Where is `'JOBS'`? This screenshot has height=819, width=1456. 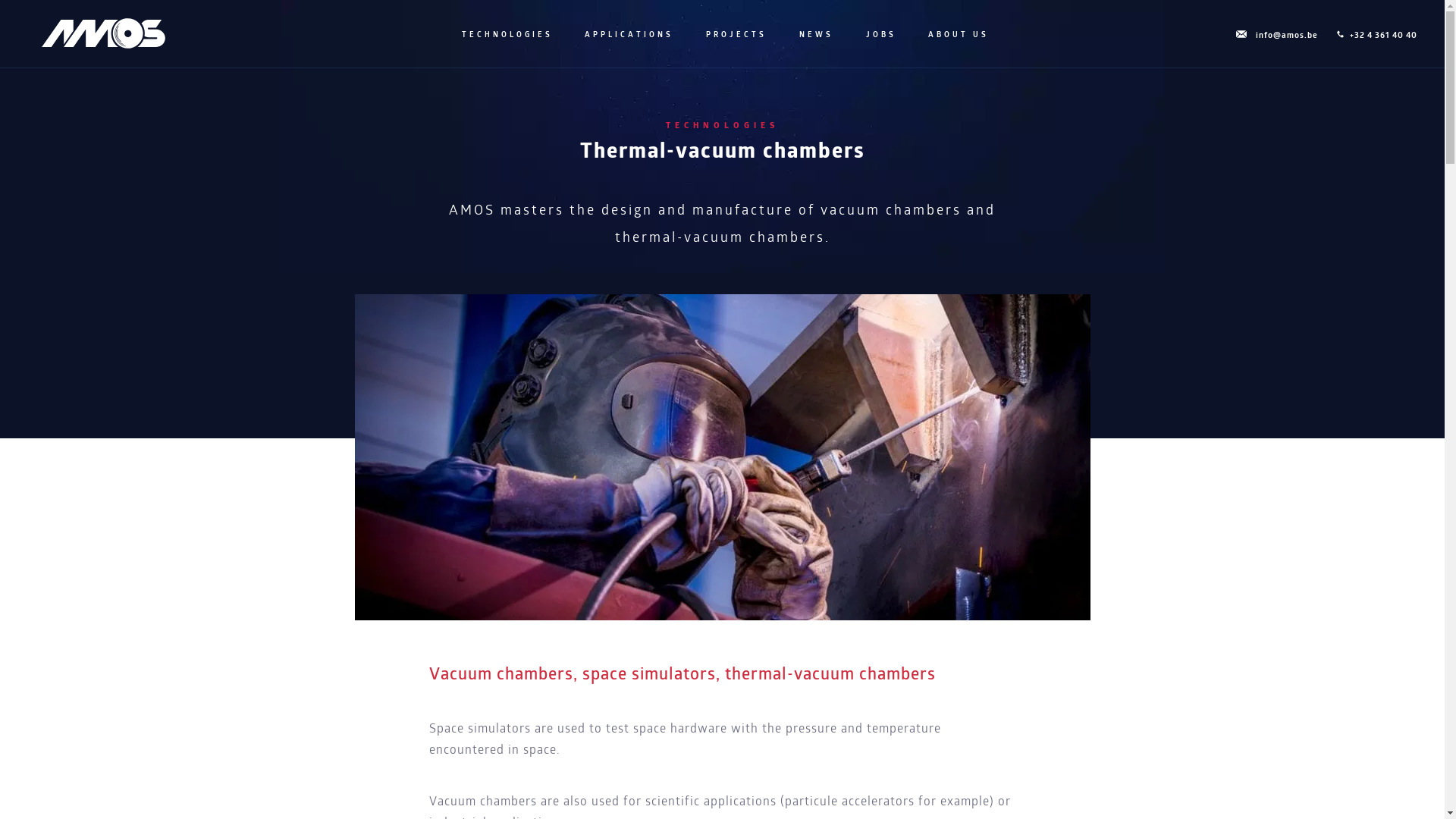
'JOBS' is located at coordinates (880, 34).